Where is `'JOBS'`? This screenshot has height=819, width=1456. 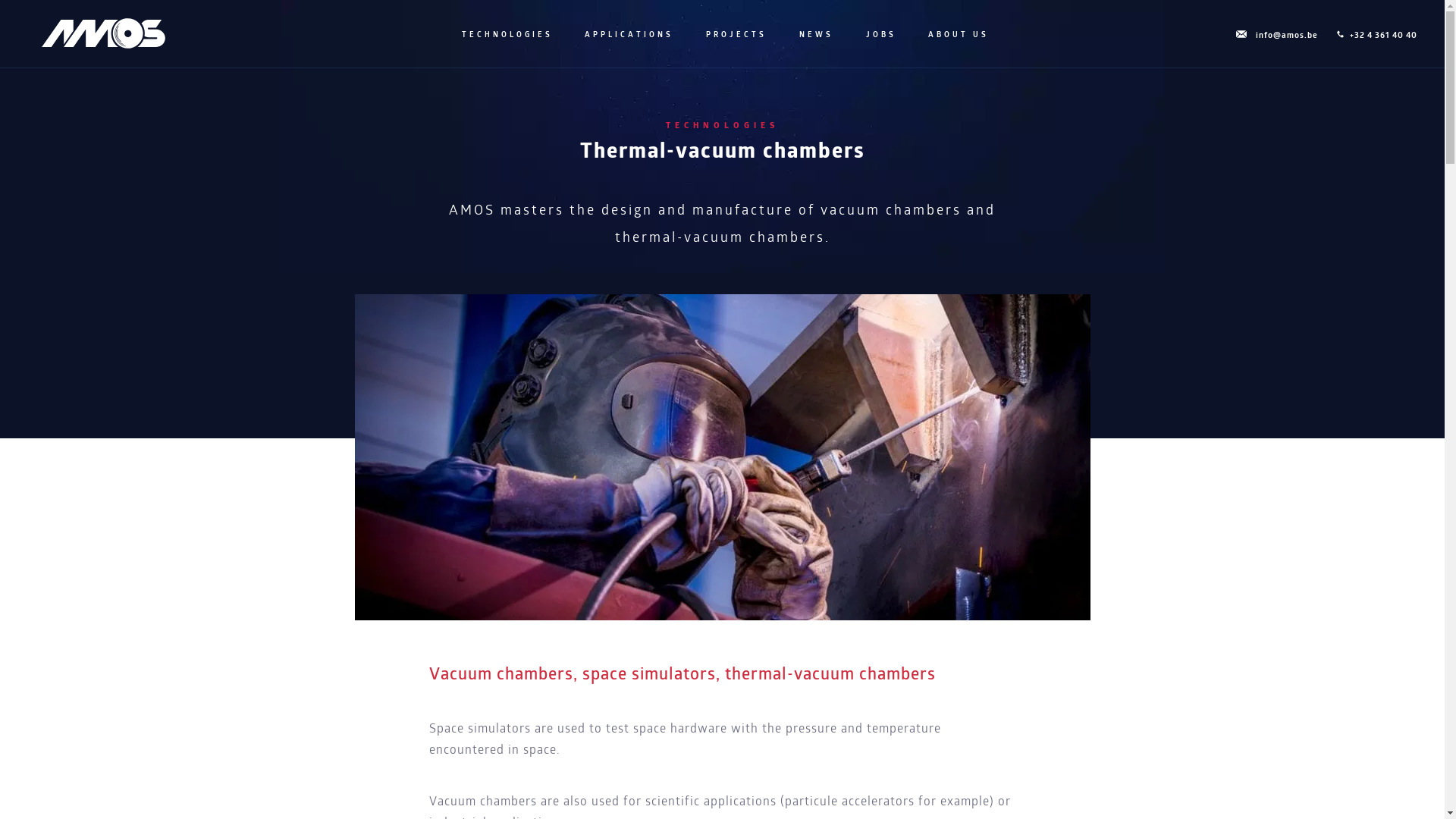
'JOBS' is located at coordinates (880, 34).